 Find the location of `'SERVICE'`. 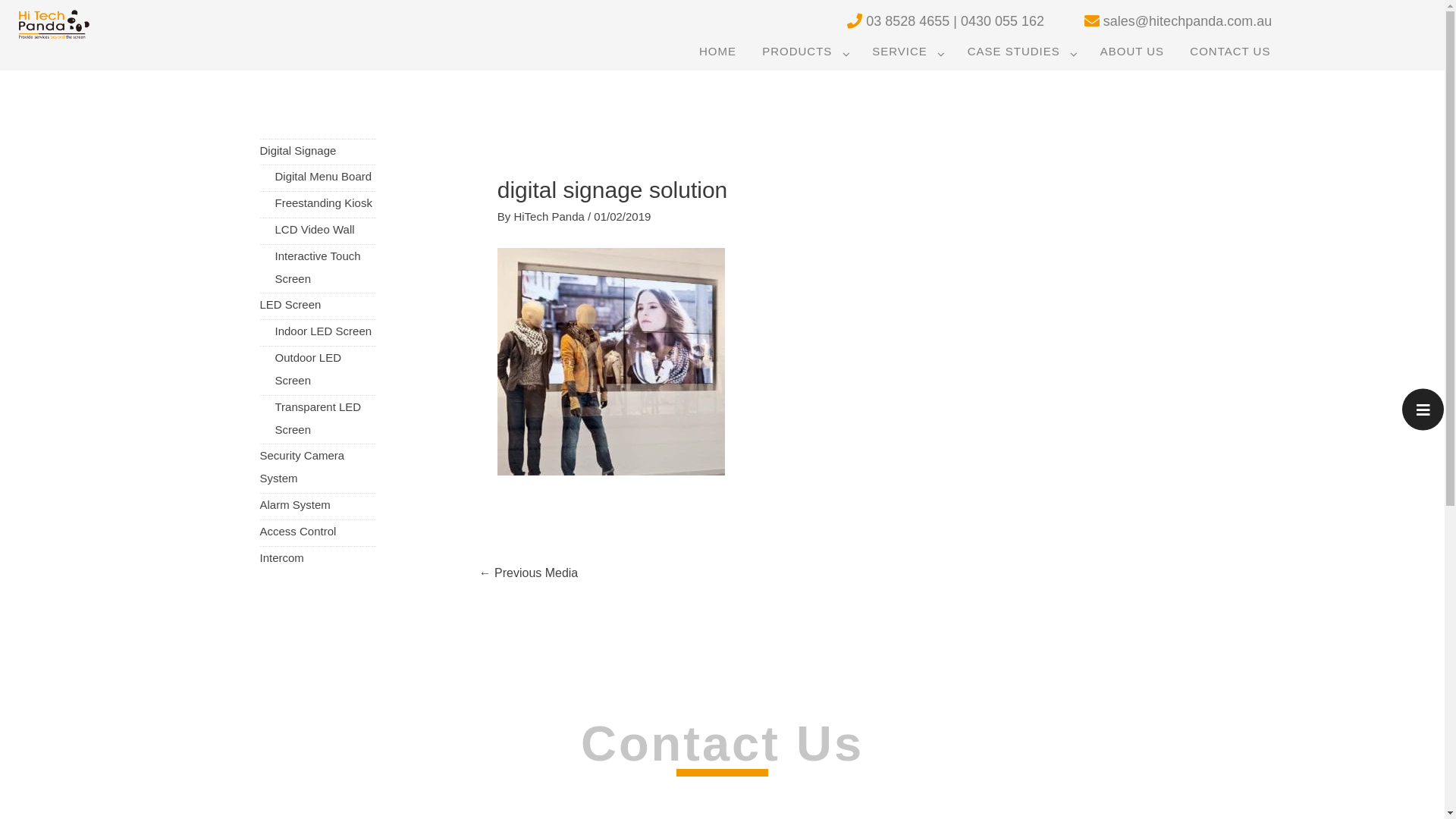

'SERVICE' is located at coordinates (906, 51).